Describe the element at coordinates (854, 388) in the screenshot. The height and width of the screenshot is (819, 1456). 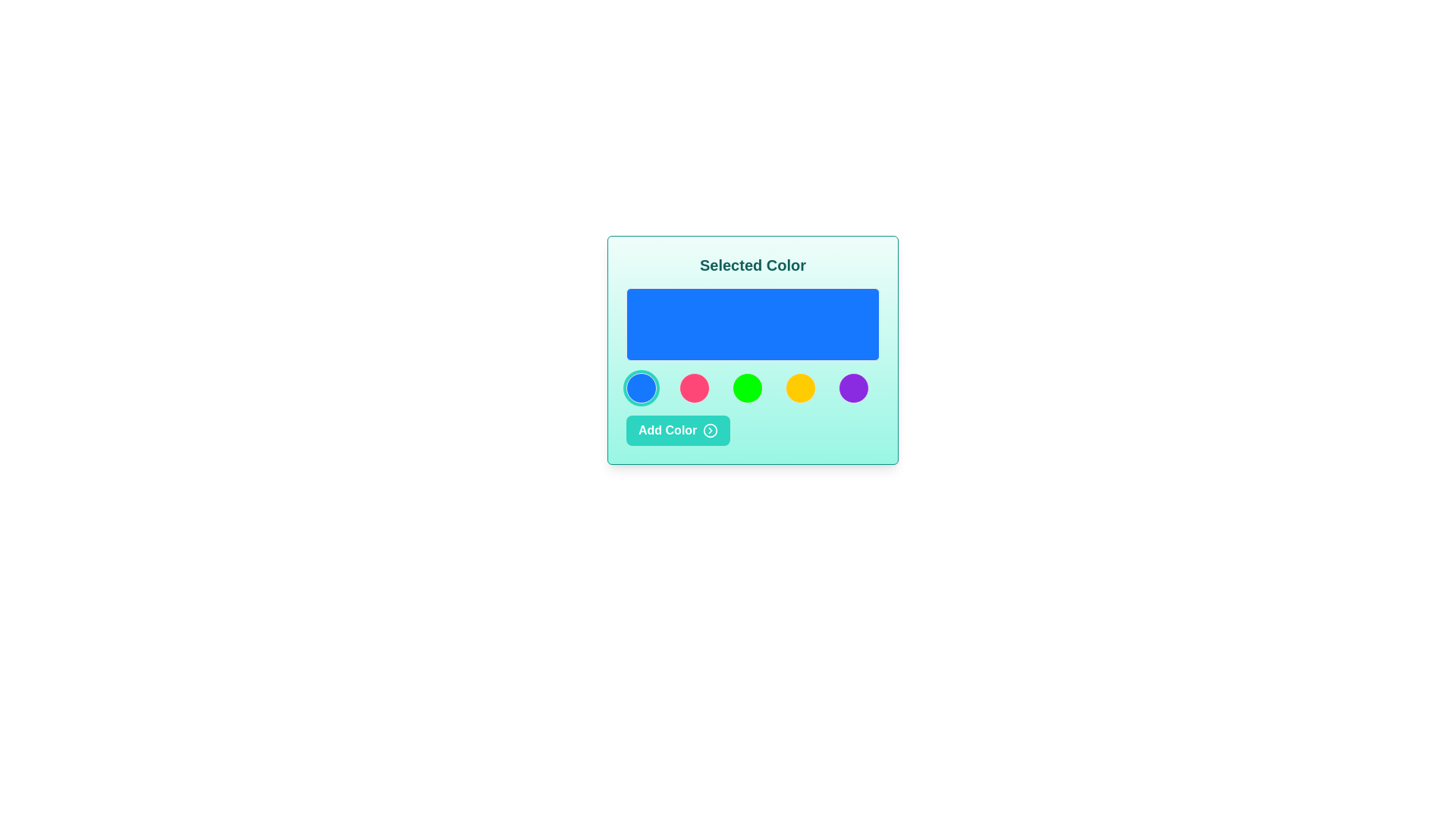
I see `the fifth button in the horizontal grid` at that location.